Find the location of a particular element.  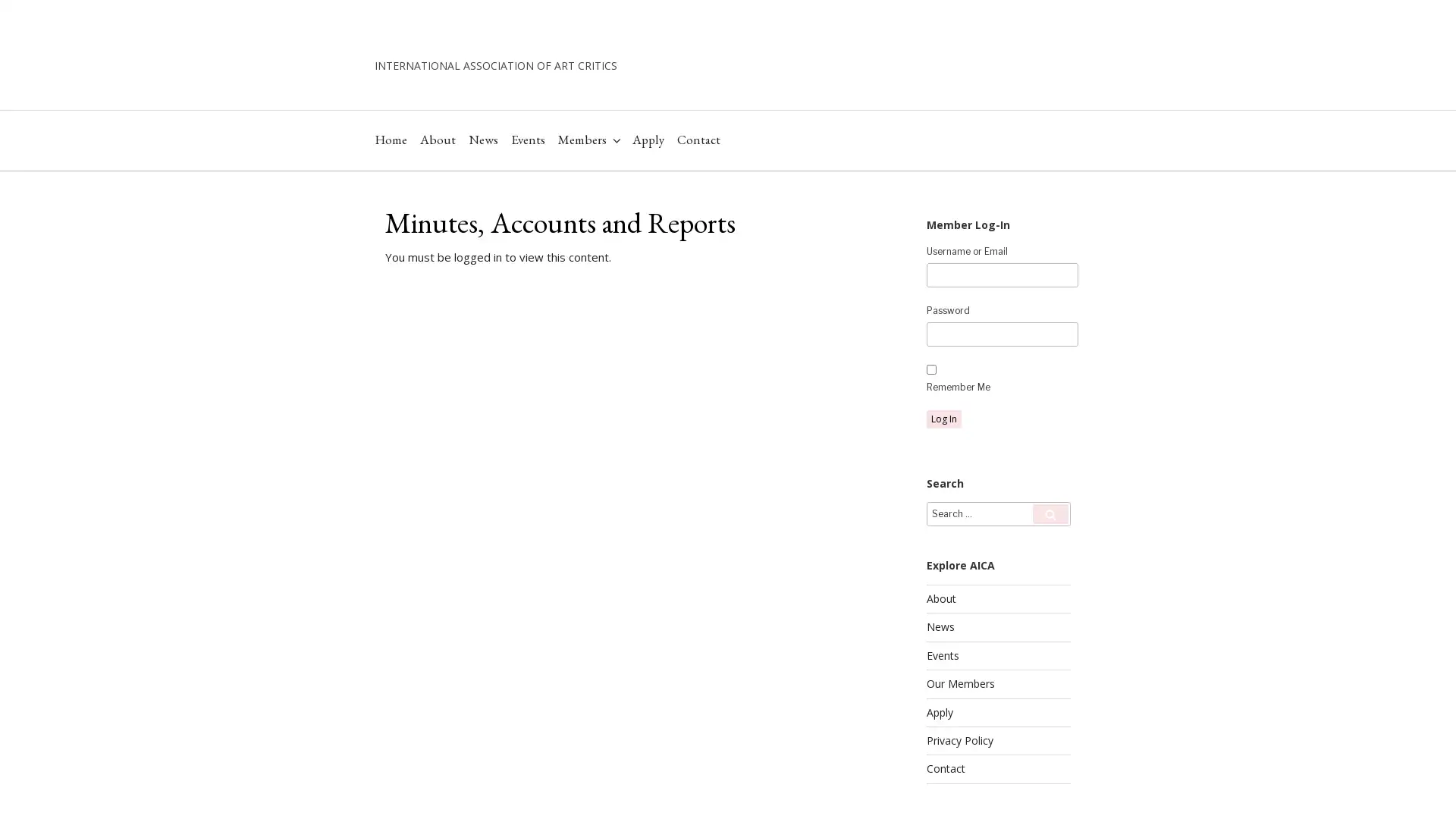

Search is located at coordinates (1050, 561).